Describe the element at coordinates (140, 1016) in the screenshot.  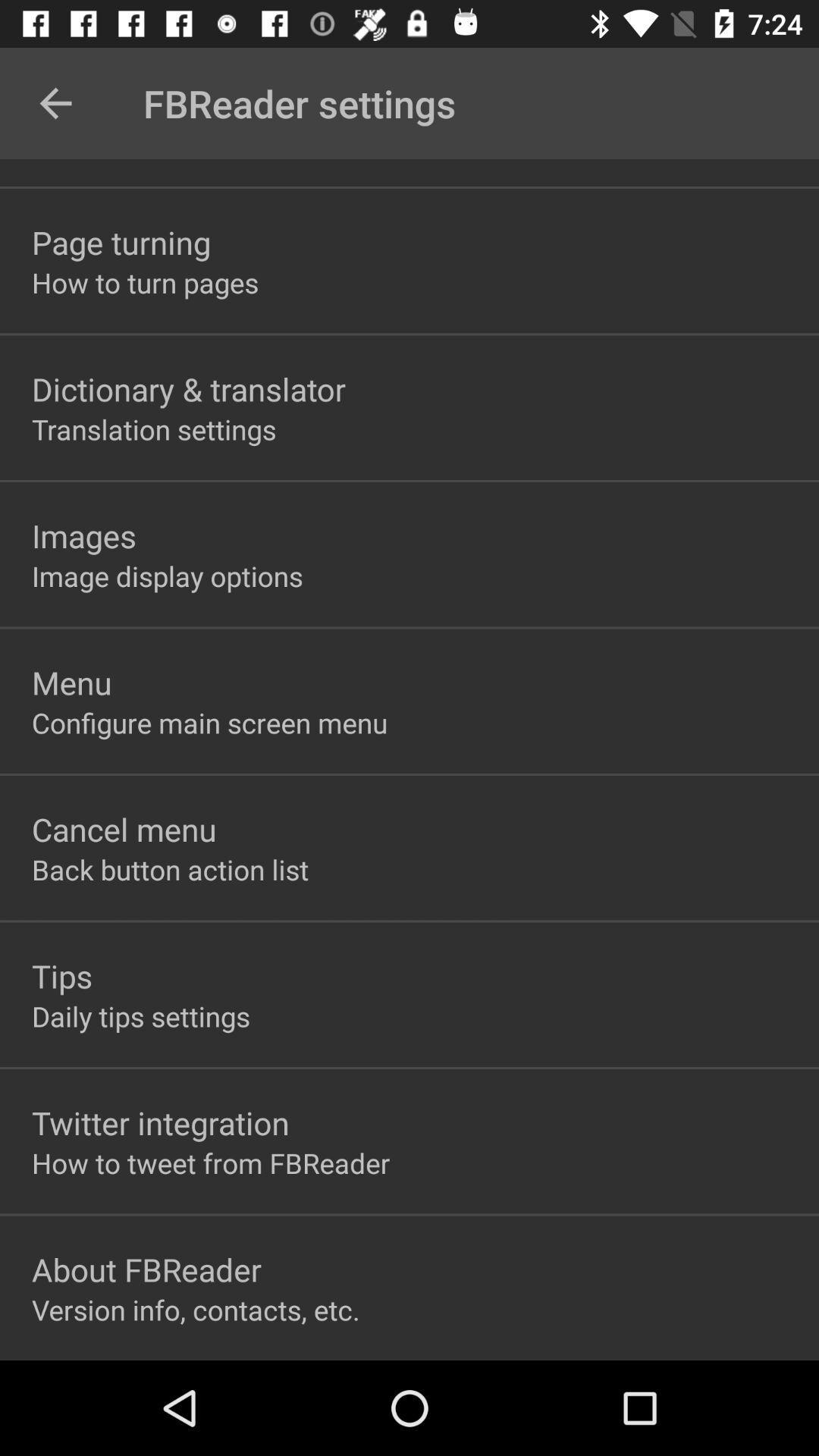
I see `daily tips settings item` at that location.